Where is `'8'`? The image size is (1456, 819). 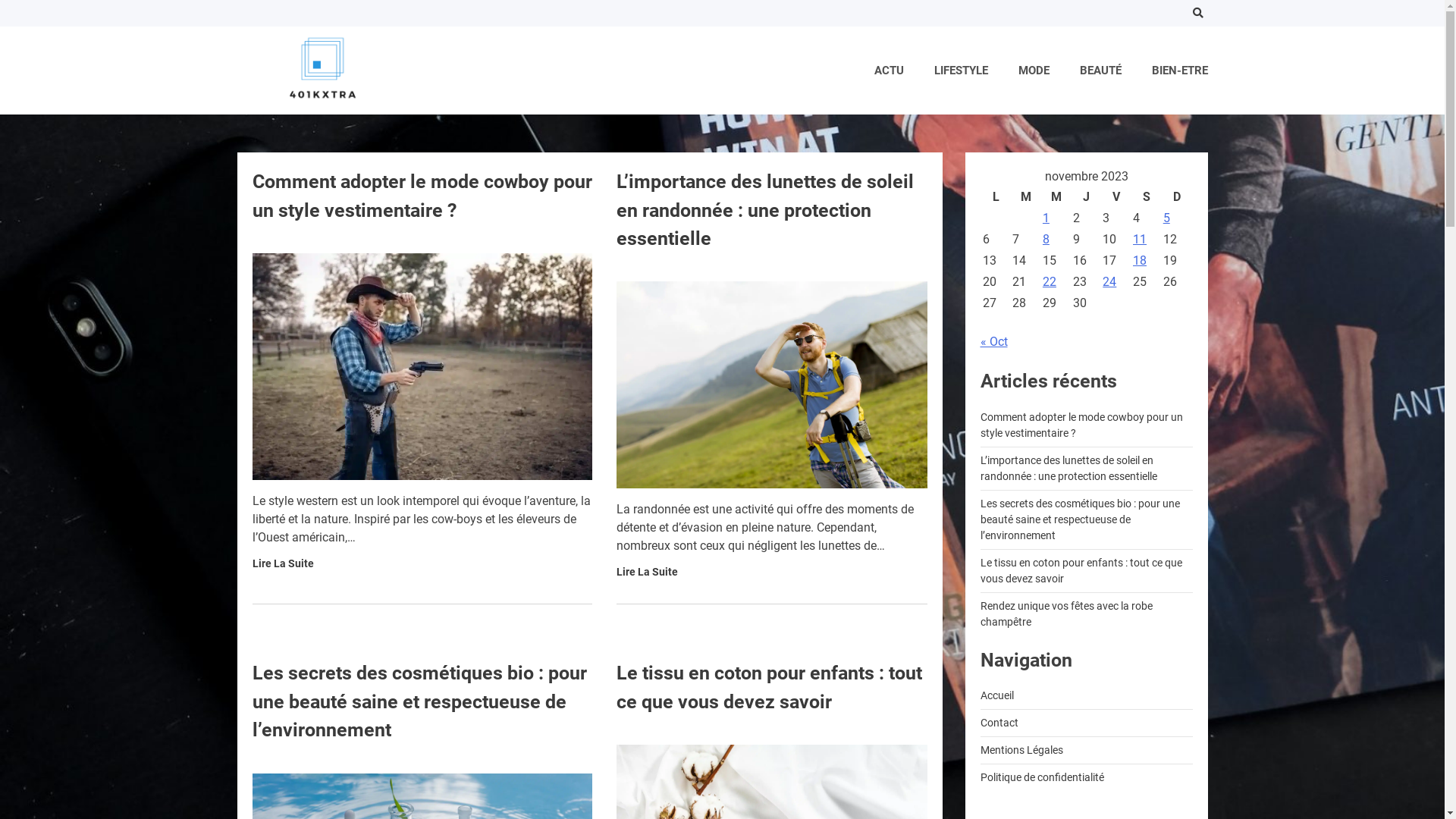
'8' is located at coordinates (1045, 239).